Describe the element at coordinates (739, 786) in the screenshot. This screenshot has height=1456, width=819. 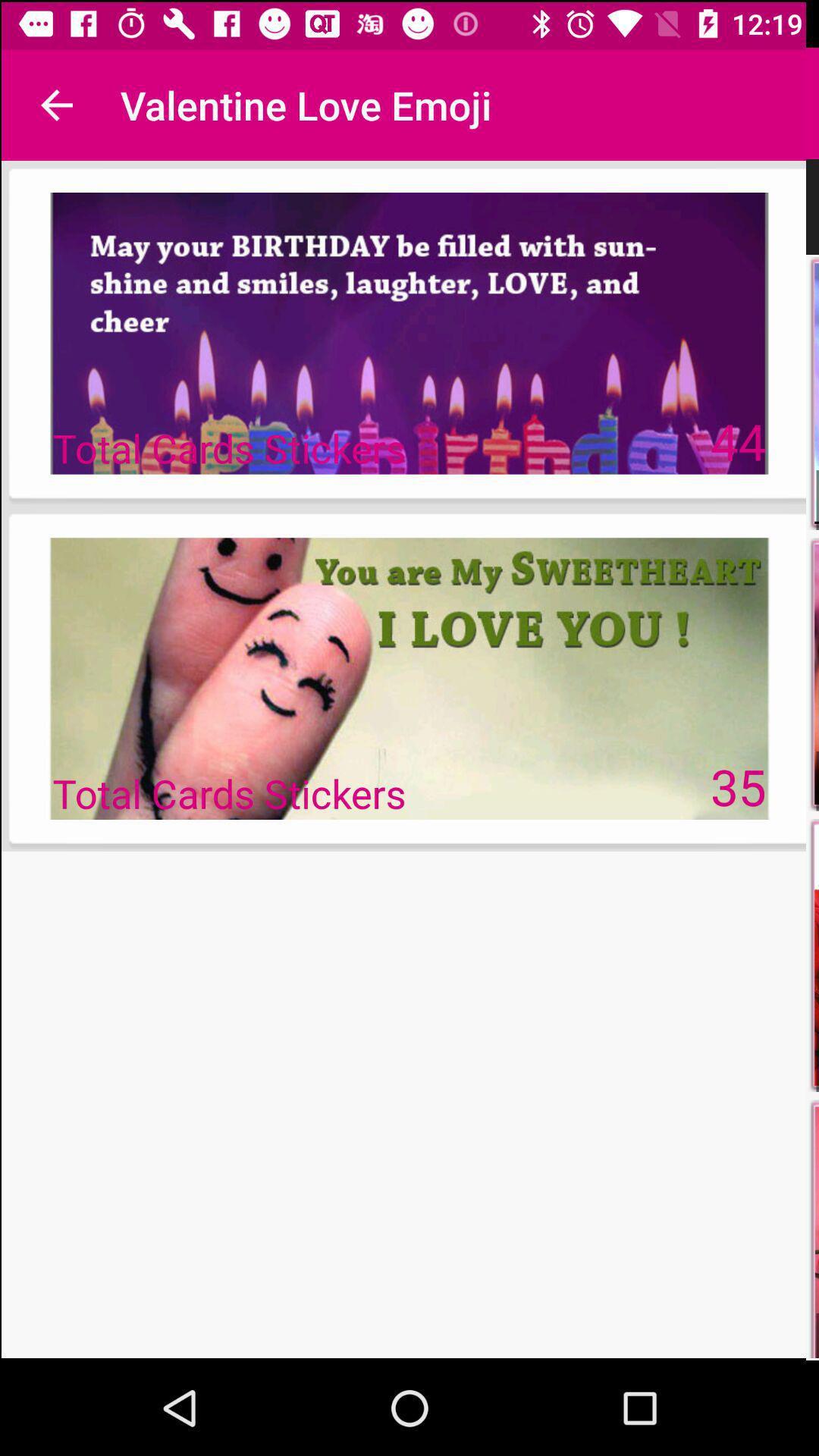
I see `icon to the right of the total cards stickers item` at that location.